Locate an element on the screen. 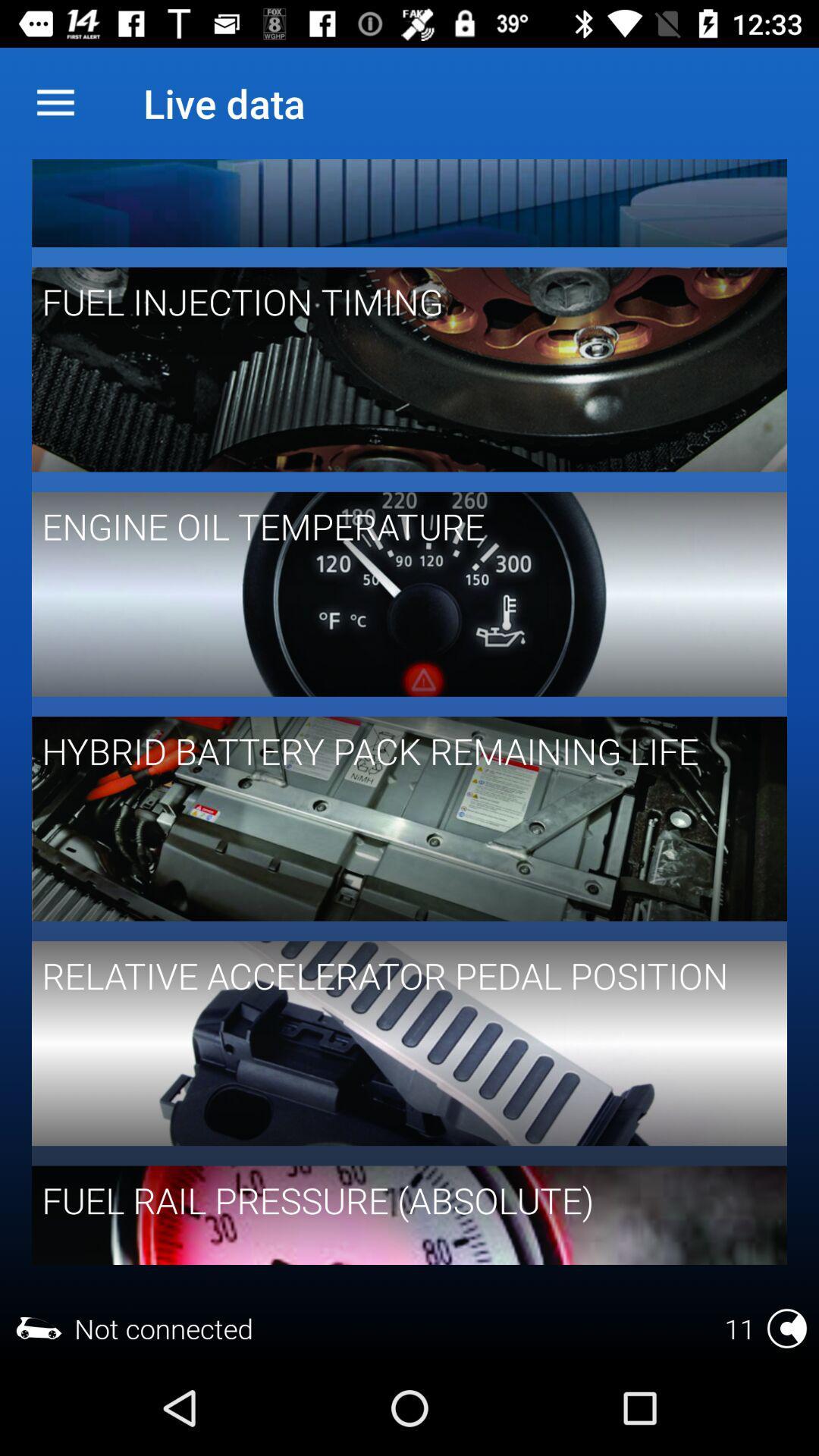  fuel injection timing item is located at coordinates (398, 301).